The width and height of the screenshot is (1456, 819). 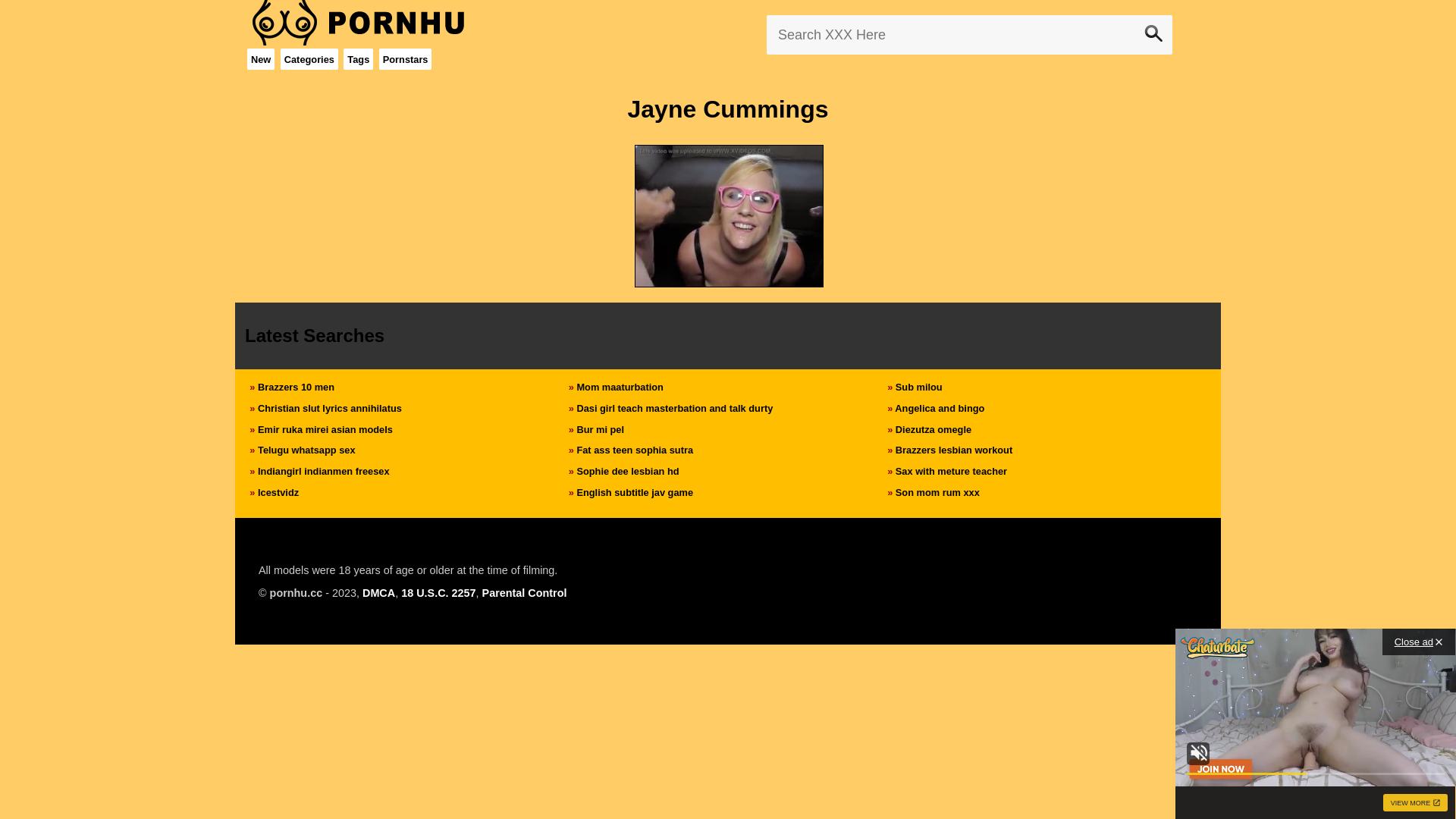 What do you see at coordinates (382, 58) in the screenshot?
I see `'Pornstars'` at bounding box center [382, 58].